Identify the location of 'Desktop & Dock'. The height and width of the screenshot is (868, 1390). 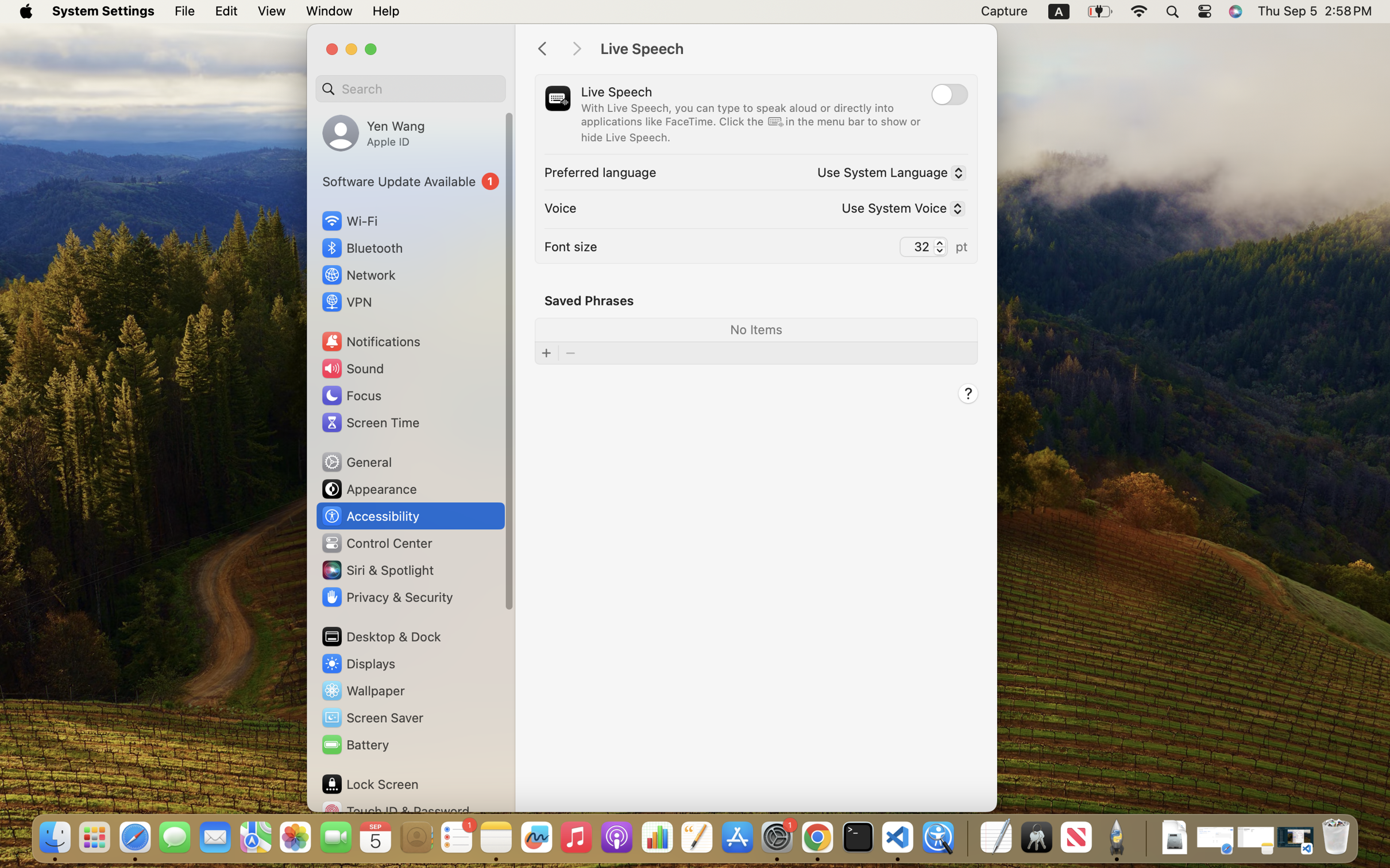
(380, 636).